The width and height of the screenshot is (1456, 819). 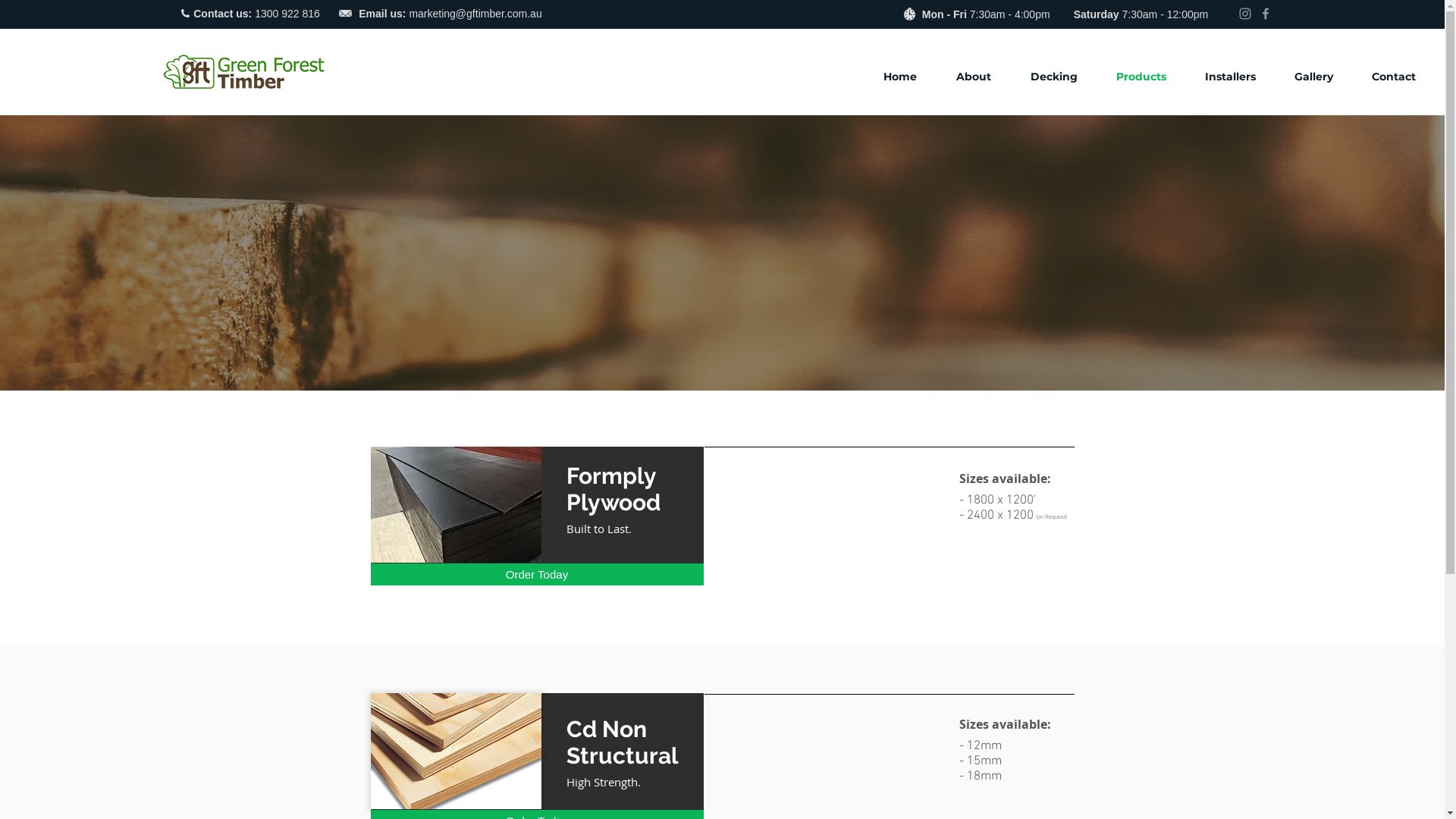 I want to click on 'Decking', so click(x=1061, y=76).